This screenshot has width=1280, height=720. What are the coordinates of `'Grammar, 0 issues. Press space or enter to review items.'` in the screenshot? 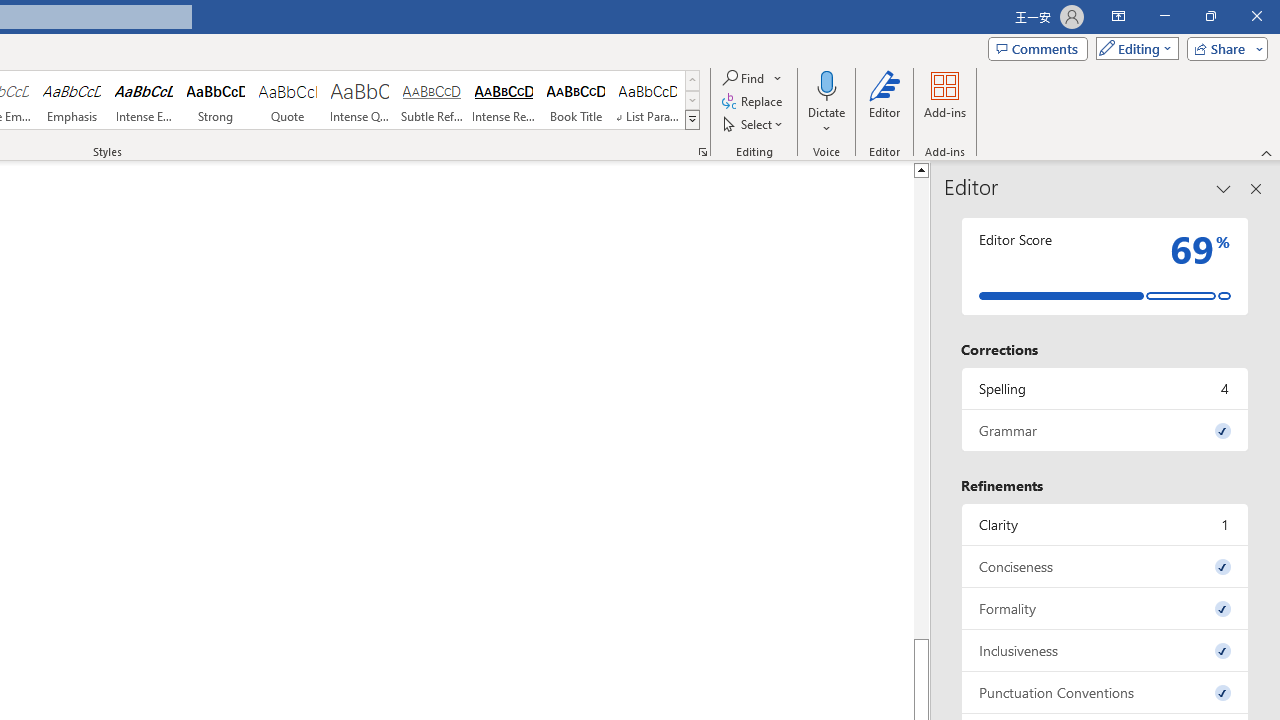 It's located at (1104, 429).